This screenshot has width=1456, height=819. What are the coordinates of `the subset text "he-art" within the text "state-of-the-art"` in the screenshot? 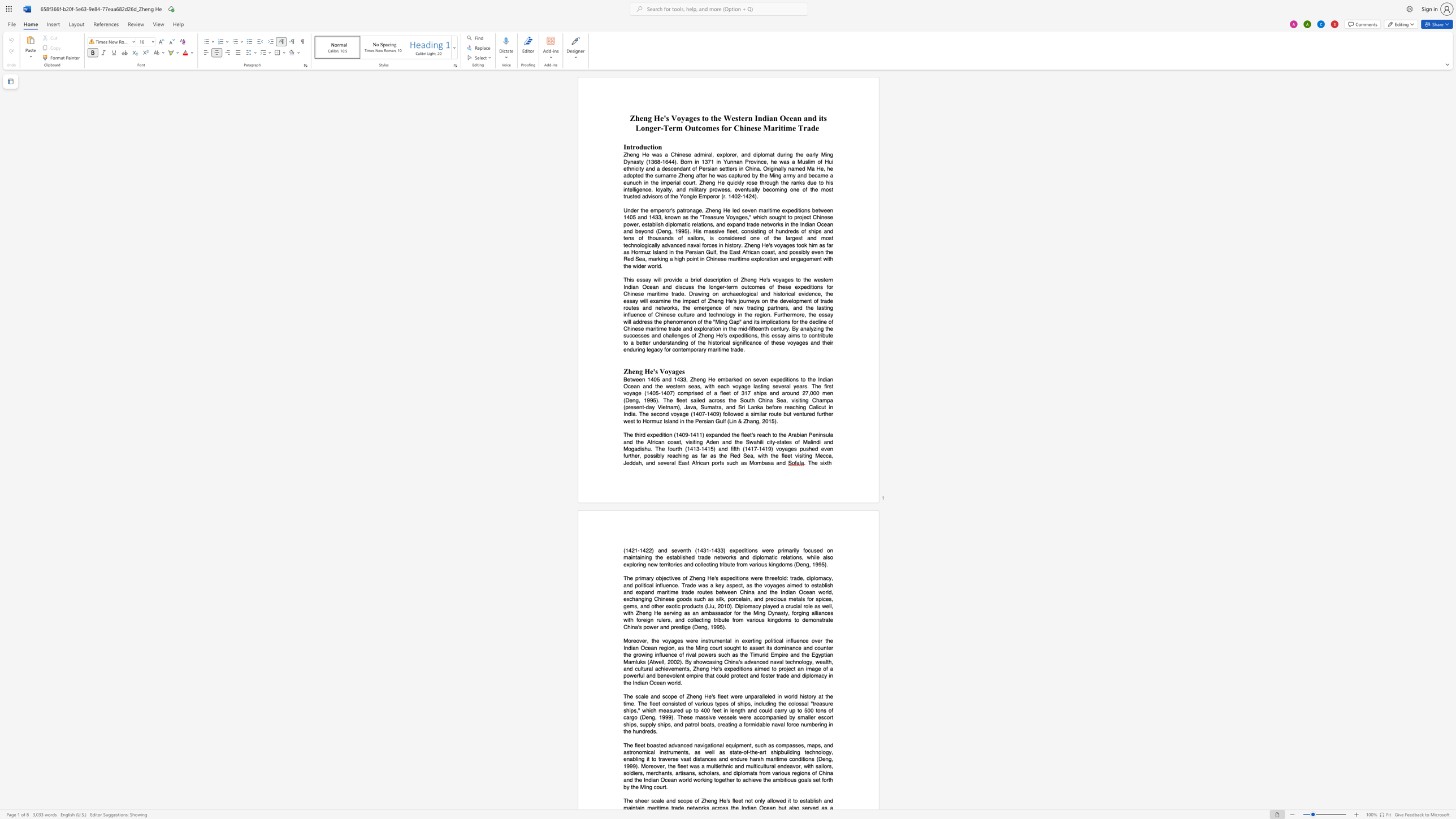 It's located at (752, 751).